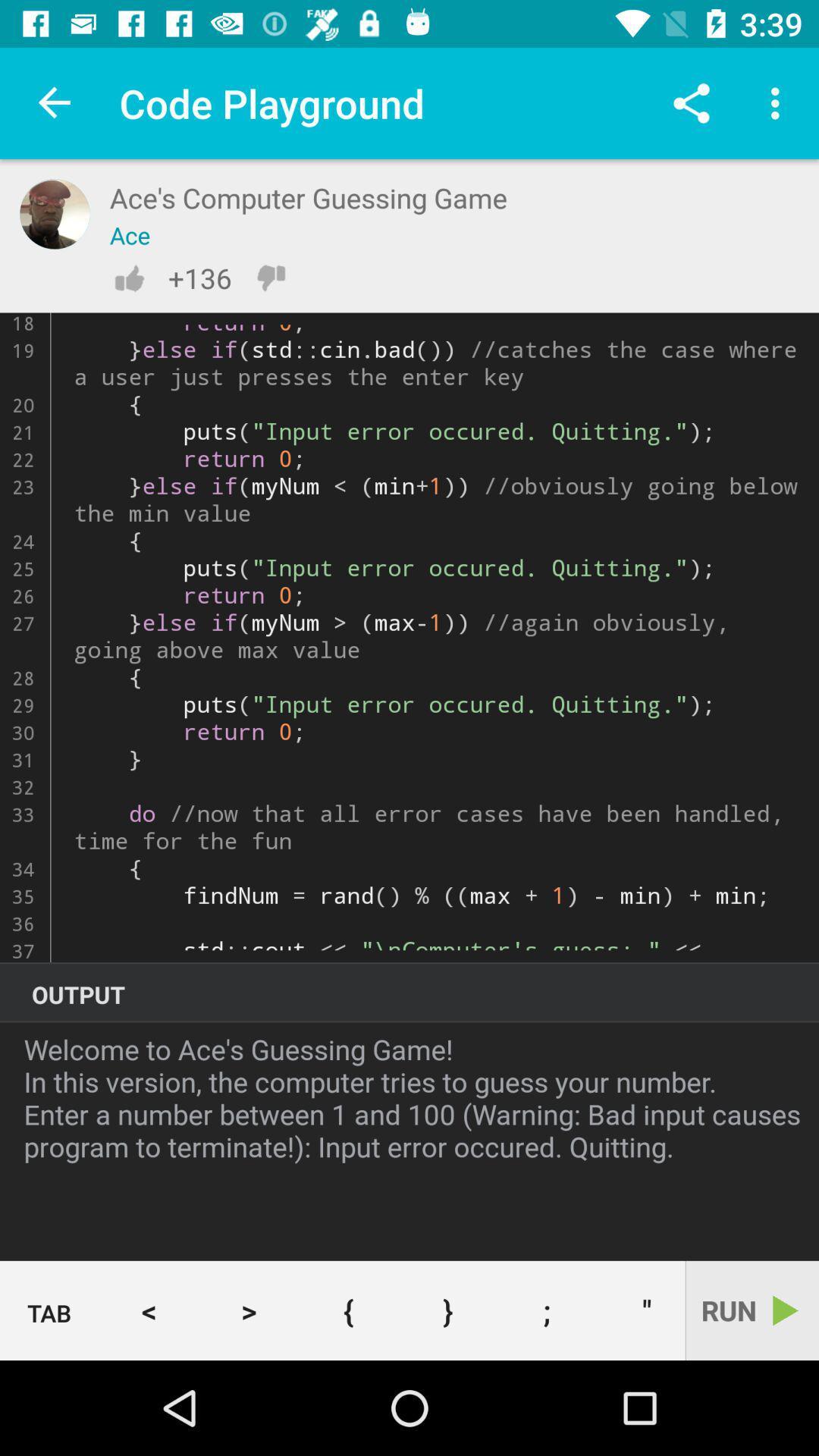 The image size is (819, 1456). What do you see at coordinates (128, 278) in the screenshot?
I see `the item next to the +136` at bounding box center [128, 278].